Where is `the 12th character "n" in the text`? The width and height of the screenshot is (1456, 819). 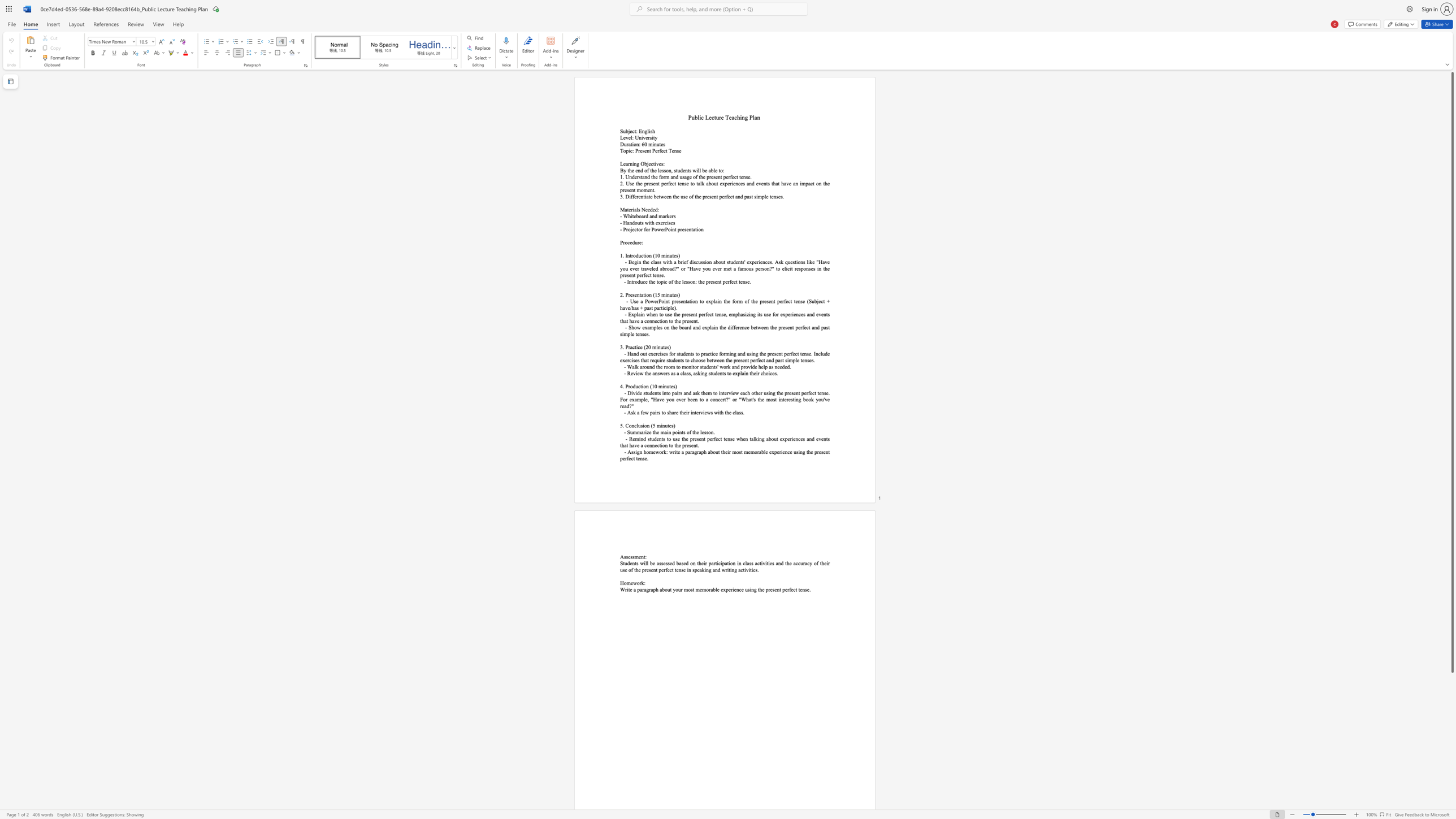
the 12th character "n" in the text is located at coordinates (769, 359).